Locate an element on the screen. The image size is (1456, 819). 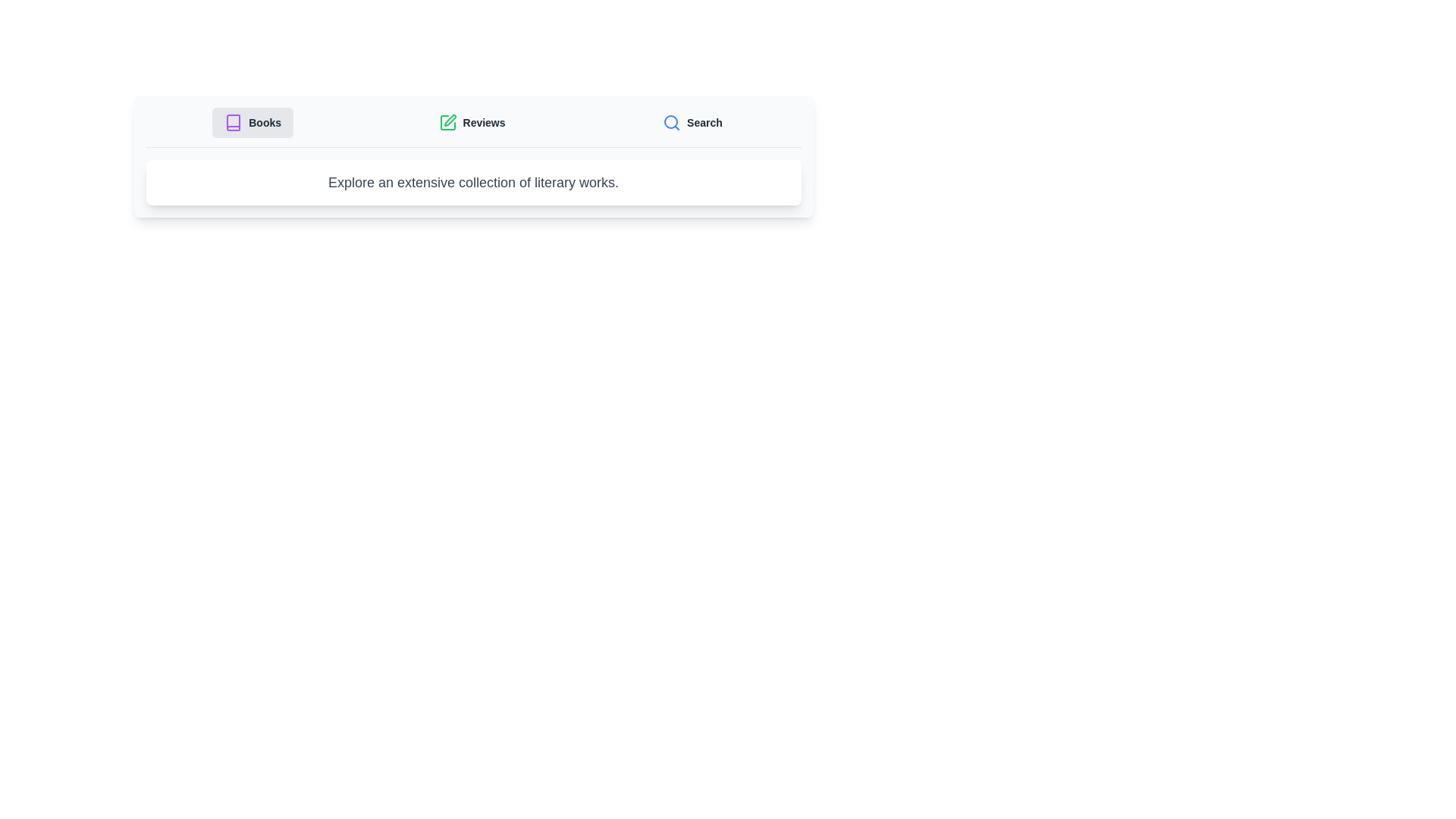
the Reviews tab by clicking on its button is located at coordinates (471, 122).